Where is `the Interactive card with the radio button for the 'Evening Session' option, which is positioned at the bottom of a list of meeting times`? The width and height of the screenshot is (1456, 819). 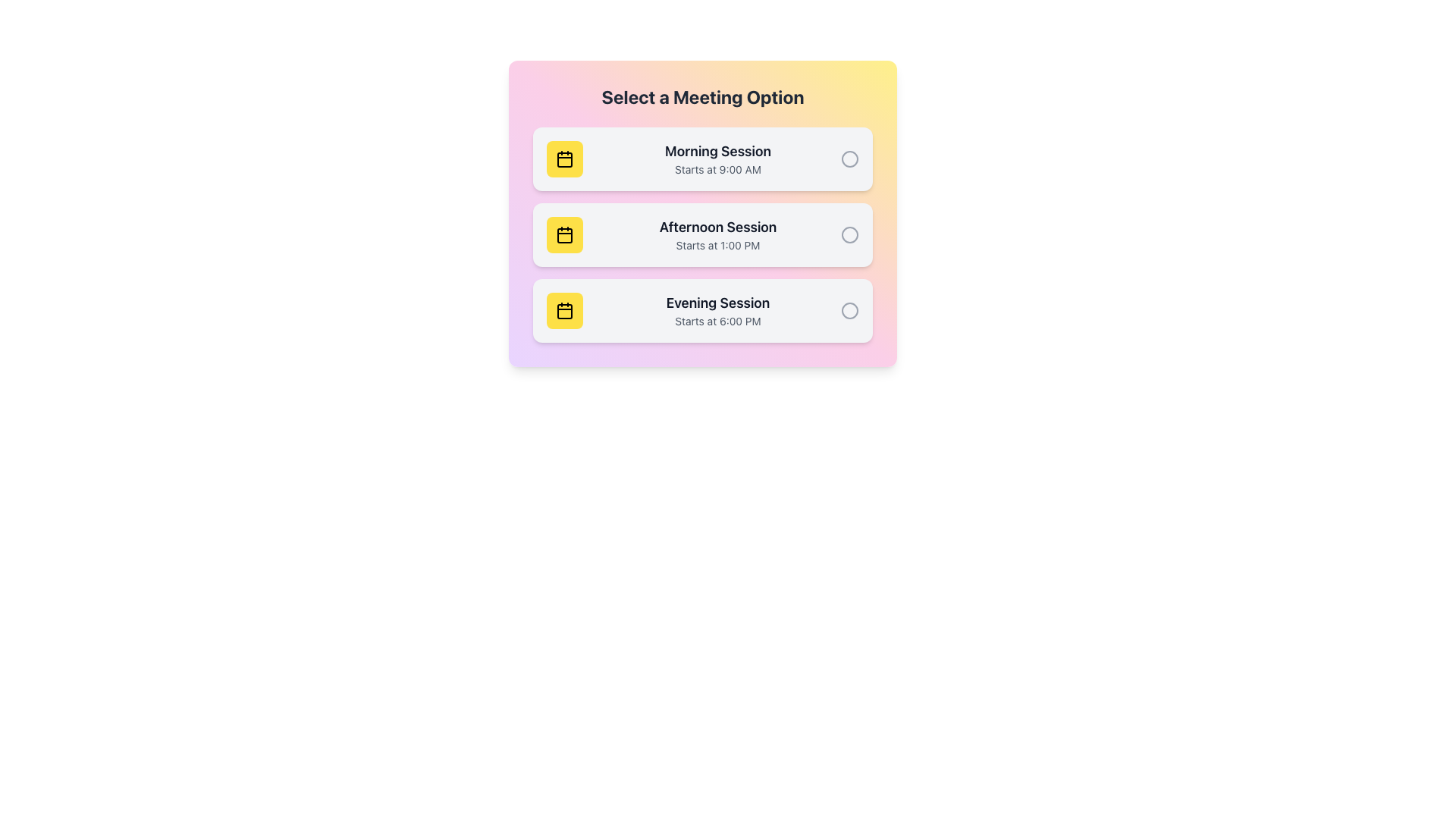 the Interactive card with the radio button for the 'Evening Session' option, which is positioned at the bottom of a list of meeting times is located at coordinates (701, 309).